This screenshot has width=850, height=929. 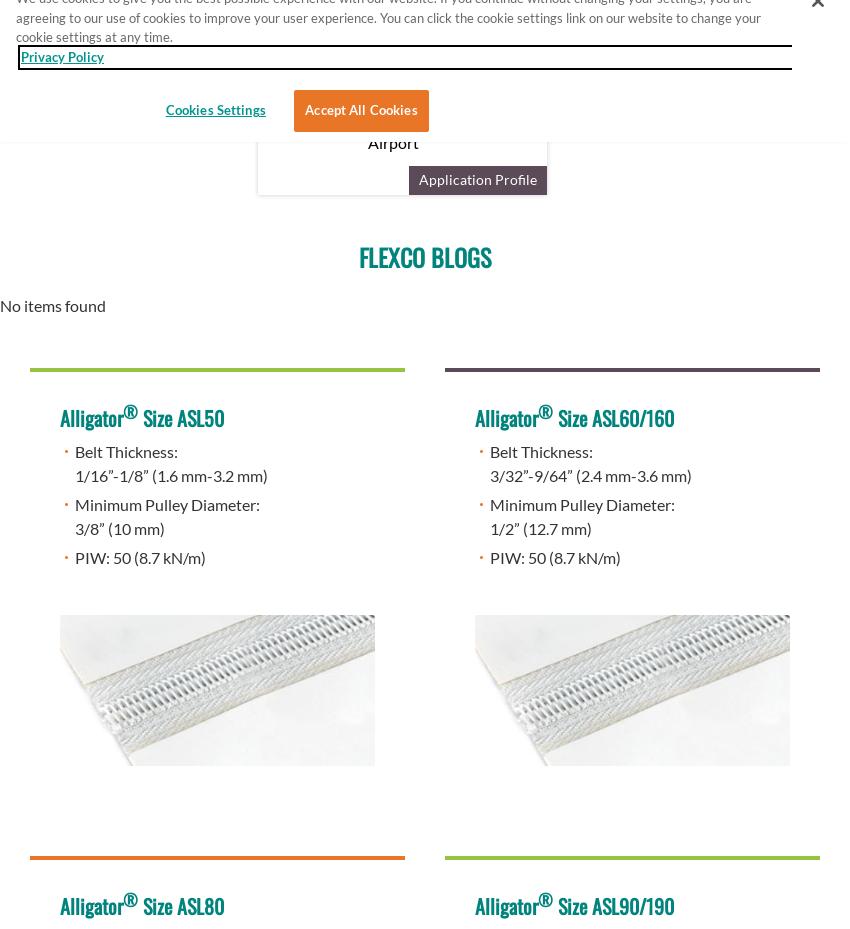 I want to click on '3/32”-9/64” (2.4 mm-3.6 mm)', so click(x=490, y=475).